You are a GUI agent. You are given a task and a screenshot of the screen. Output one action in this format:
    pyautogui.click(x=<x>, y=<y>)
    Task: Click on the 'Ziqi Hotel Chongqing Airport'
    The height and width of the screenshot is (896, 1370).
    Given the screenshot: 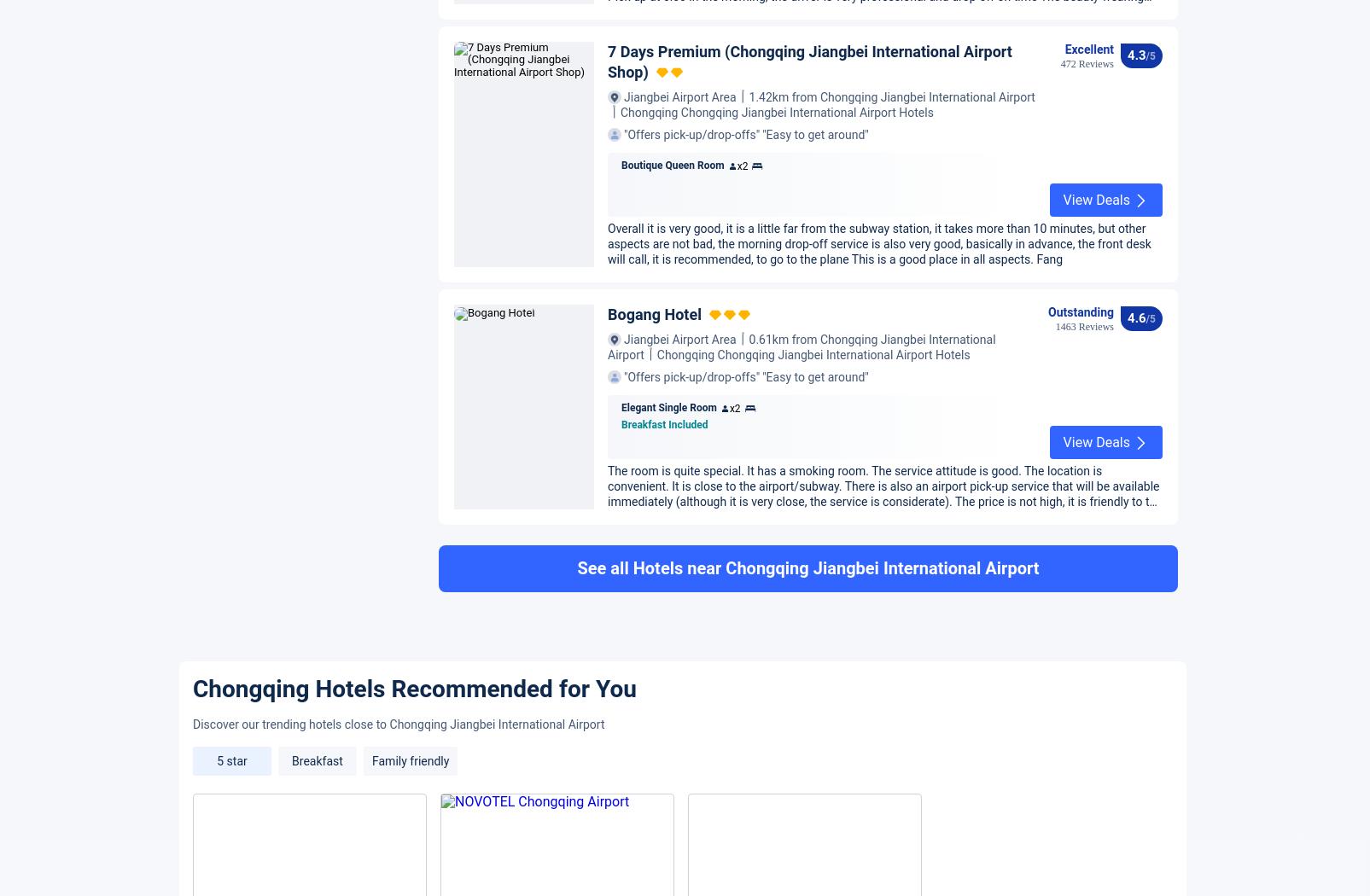 What is the action you would take?
    pyautogui.click(x=607, y=496)
    